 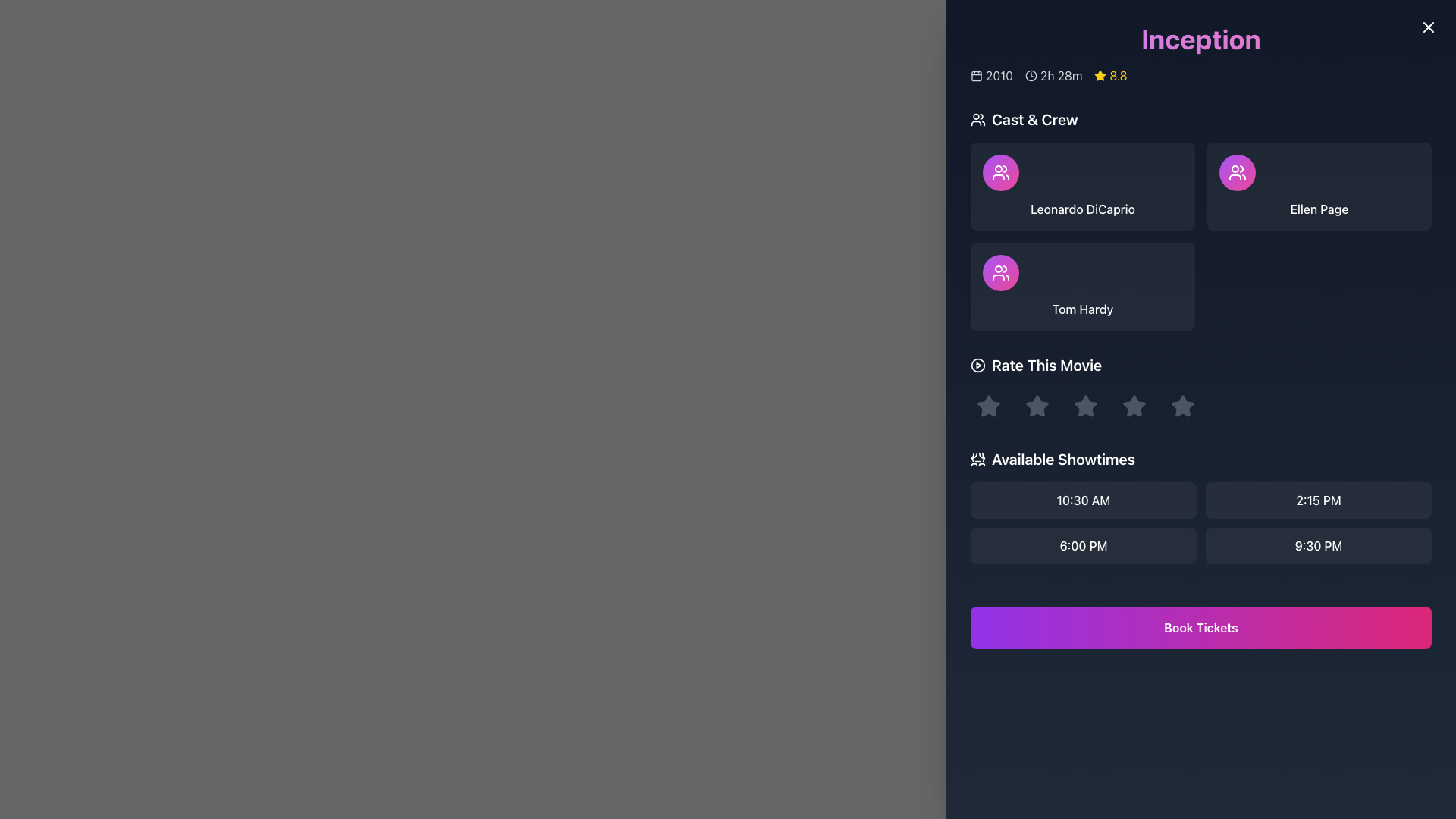 What do you see at coordinates (1182, 406) in the screenshot?
I see `the fifth star icon in the 'Rate This Movie' section to rate it` at bounding box center [1182, 406].